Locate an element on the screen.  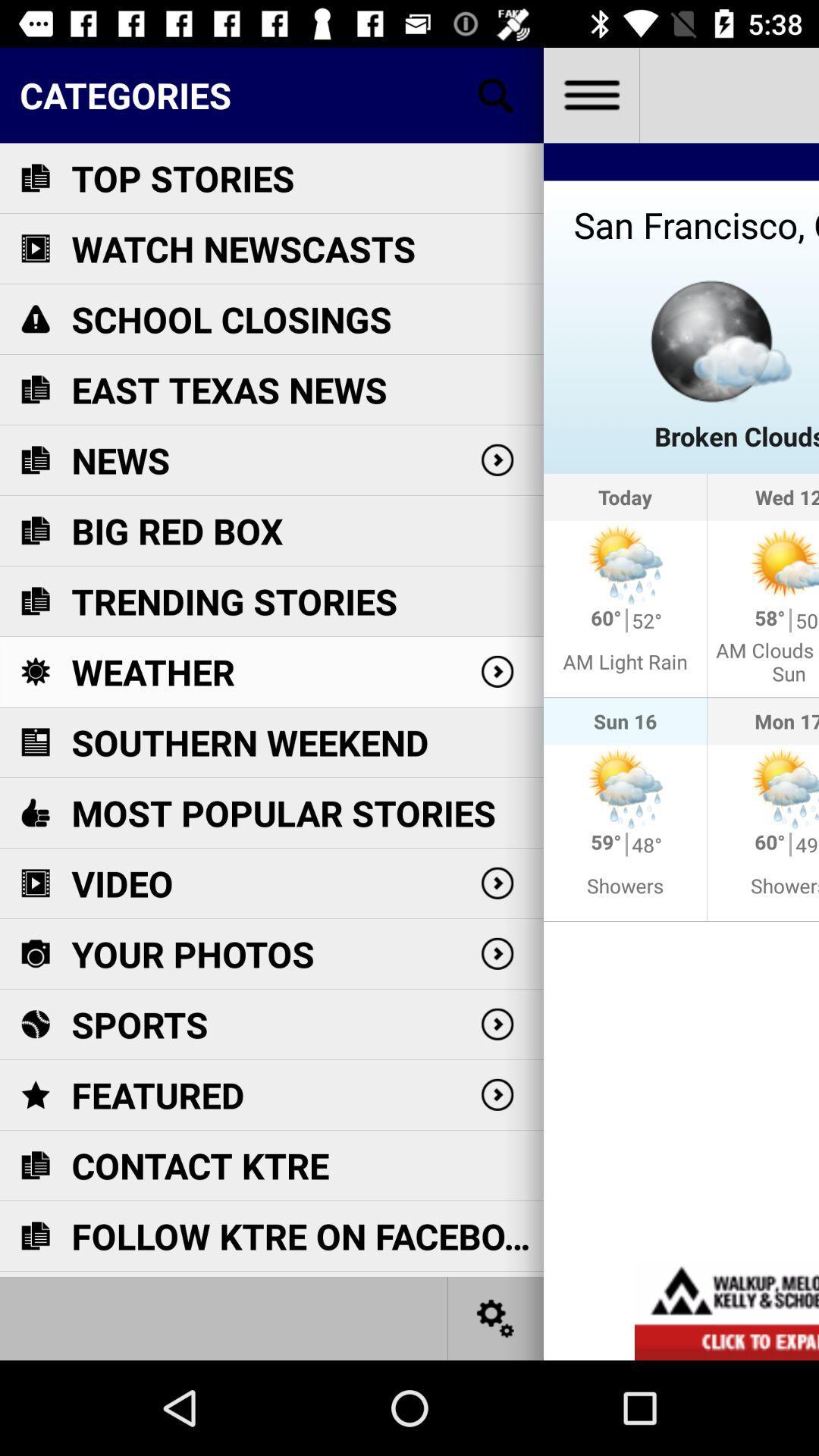
the menu icon is located at coordinates (590, 94).